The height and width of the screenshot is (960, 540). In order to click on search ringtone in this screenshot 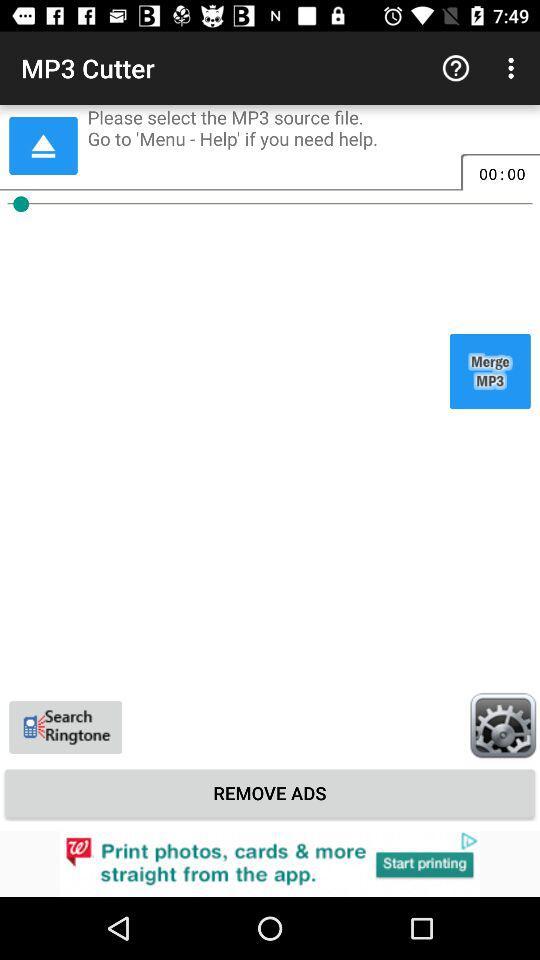, I will do `click(65, 726)`.